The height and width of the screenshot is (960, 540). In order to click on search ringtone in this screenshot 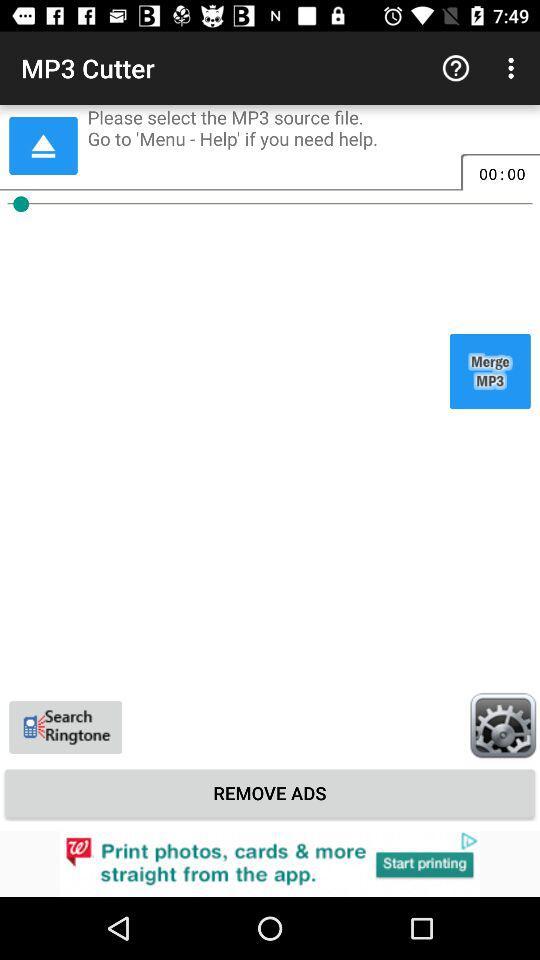, I will do `click(65, 726)`.